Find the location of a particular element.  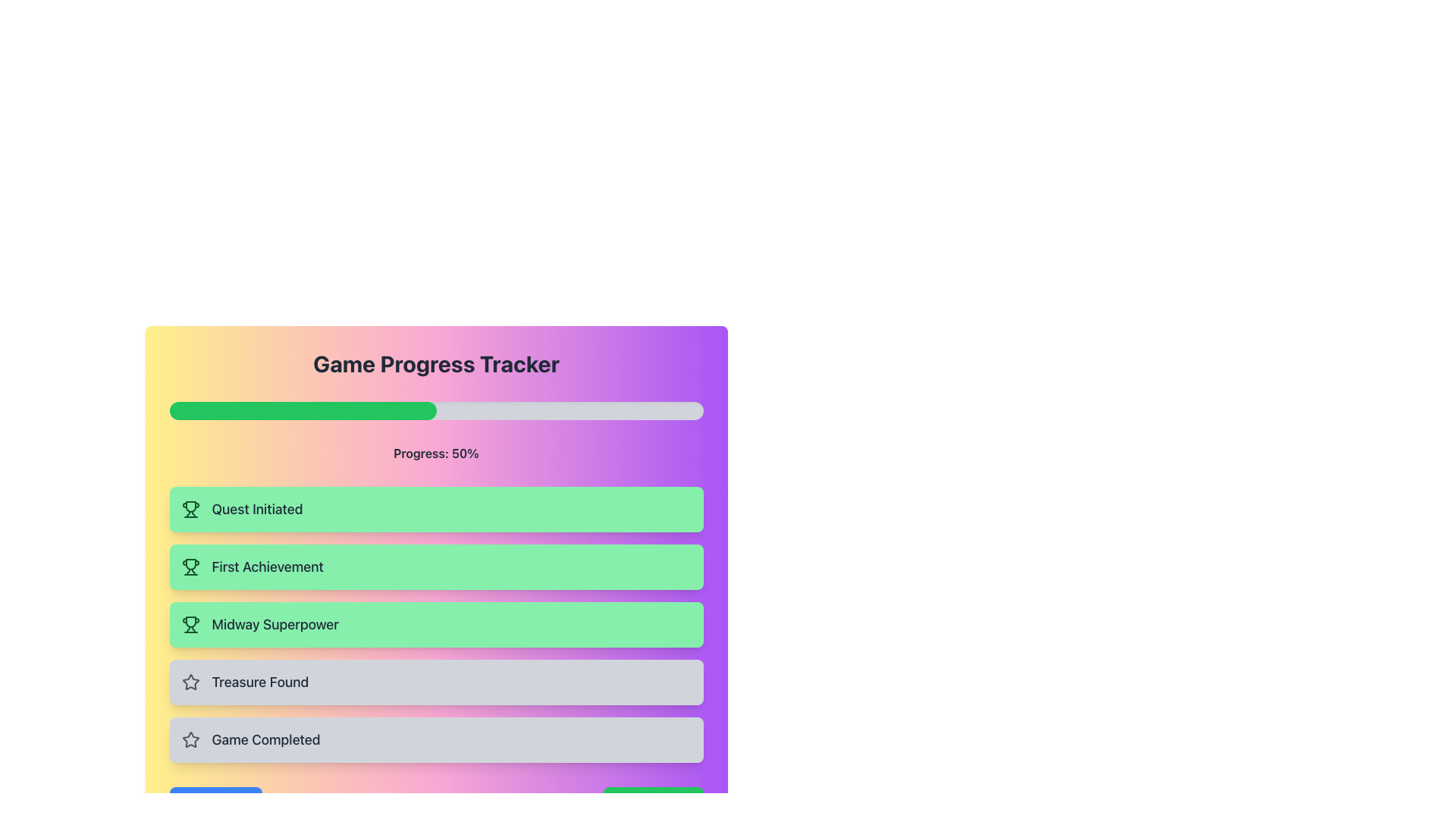

the text content within the green card that indicates a specific achievement or milestone, located to the right of the trophy icon is located at coordinates (275, 625).